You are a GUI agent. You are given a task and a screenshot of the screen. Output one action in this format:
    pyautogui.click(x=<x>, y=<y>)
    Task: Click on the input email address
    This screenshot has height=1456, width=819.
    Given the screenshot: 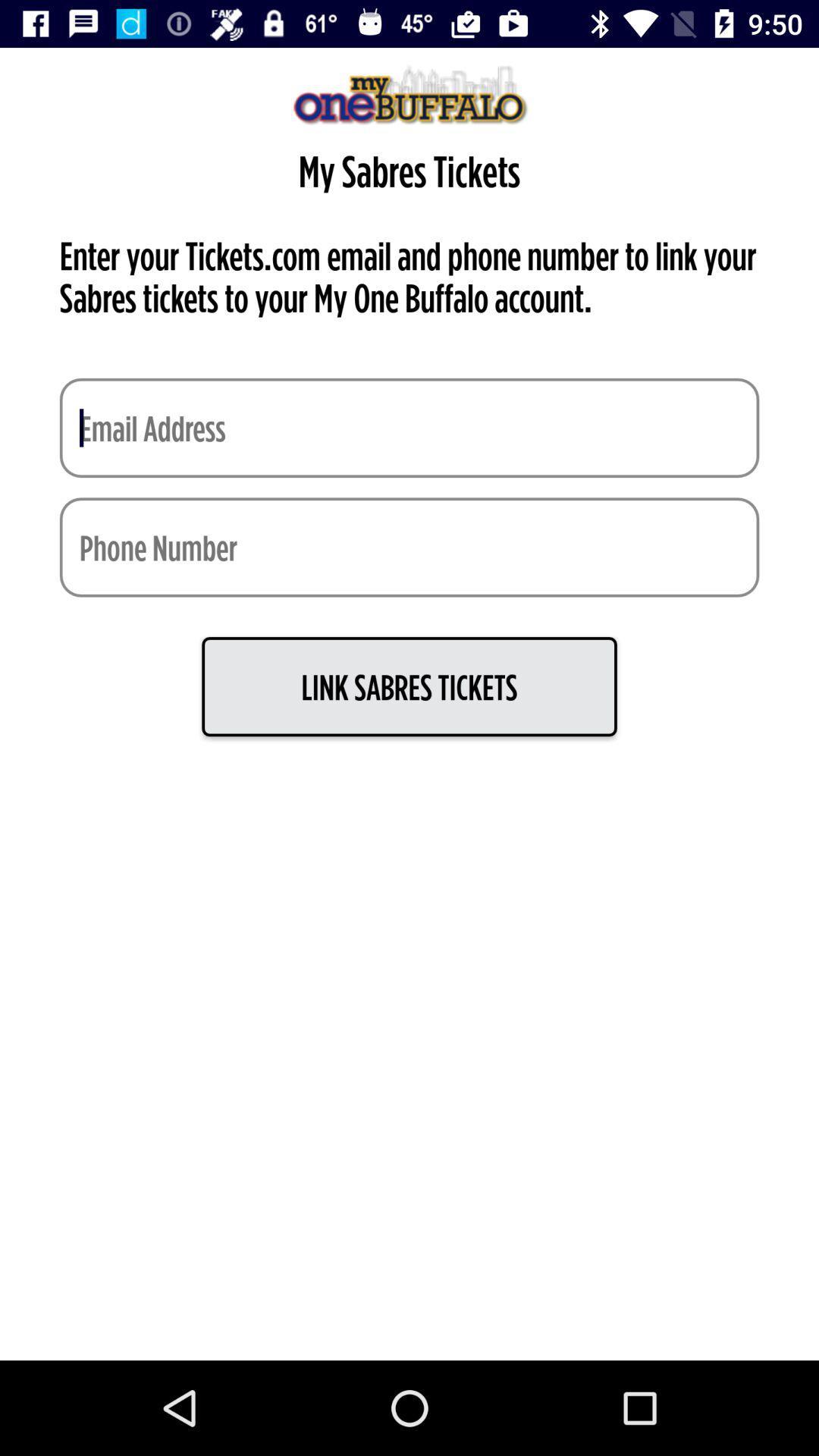 What is the action you would take?
    pyautogui.click(x=409, y=427)
    